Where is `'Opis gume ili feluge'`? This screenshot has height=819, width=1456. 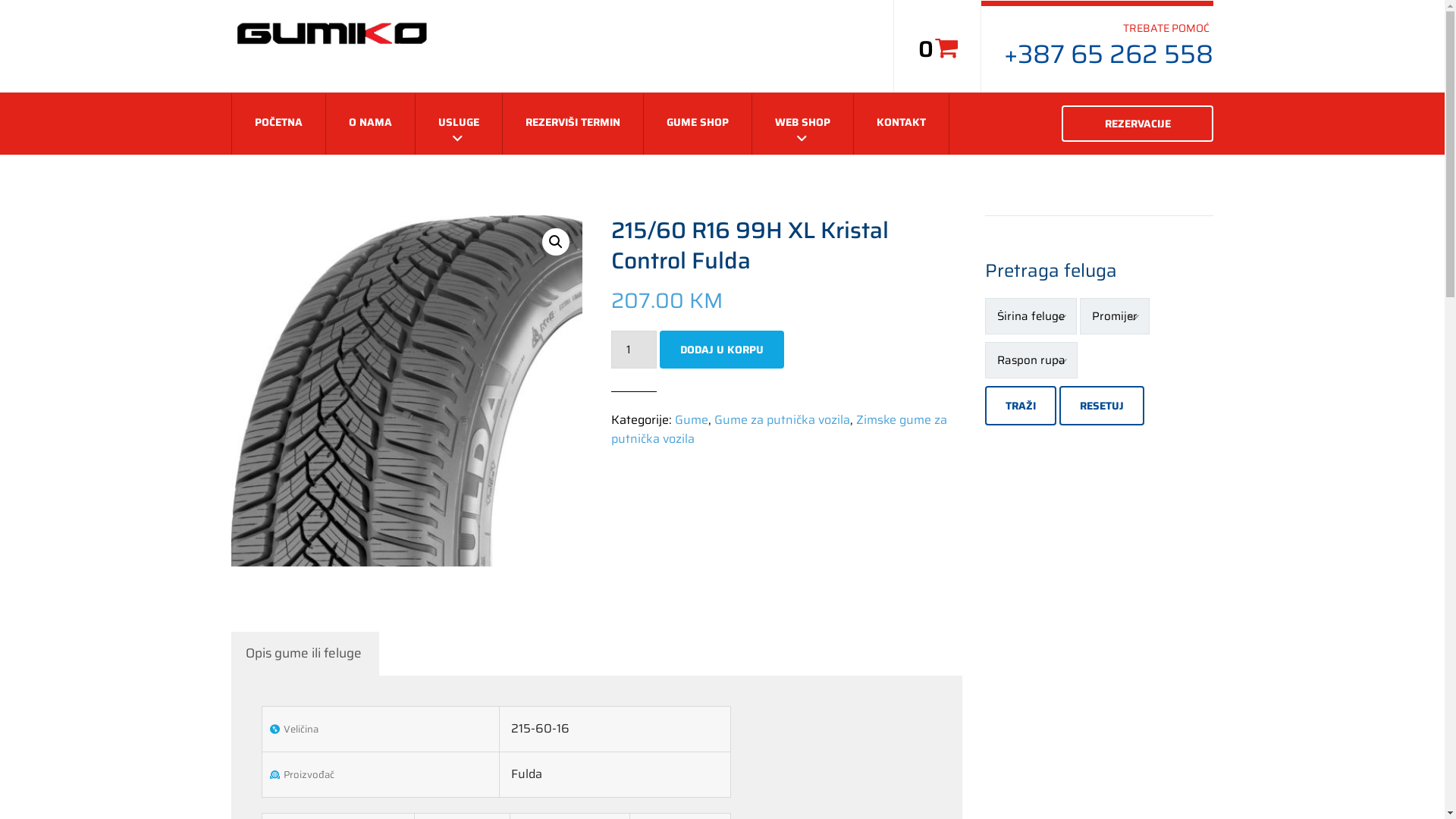
'Opis gume ili feluge' is located at coordinates (303, 652).